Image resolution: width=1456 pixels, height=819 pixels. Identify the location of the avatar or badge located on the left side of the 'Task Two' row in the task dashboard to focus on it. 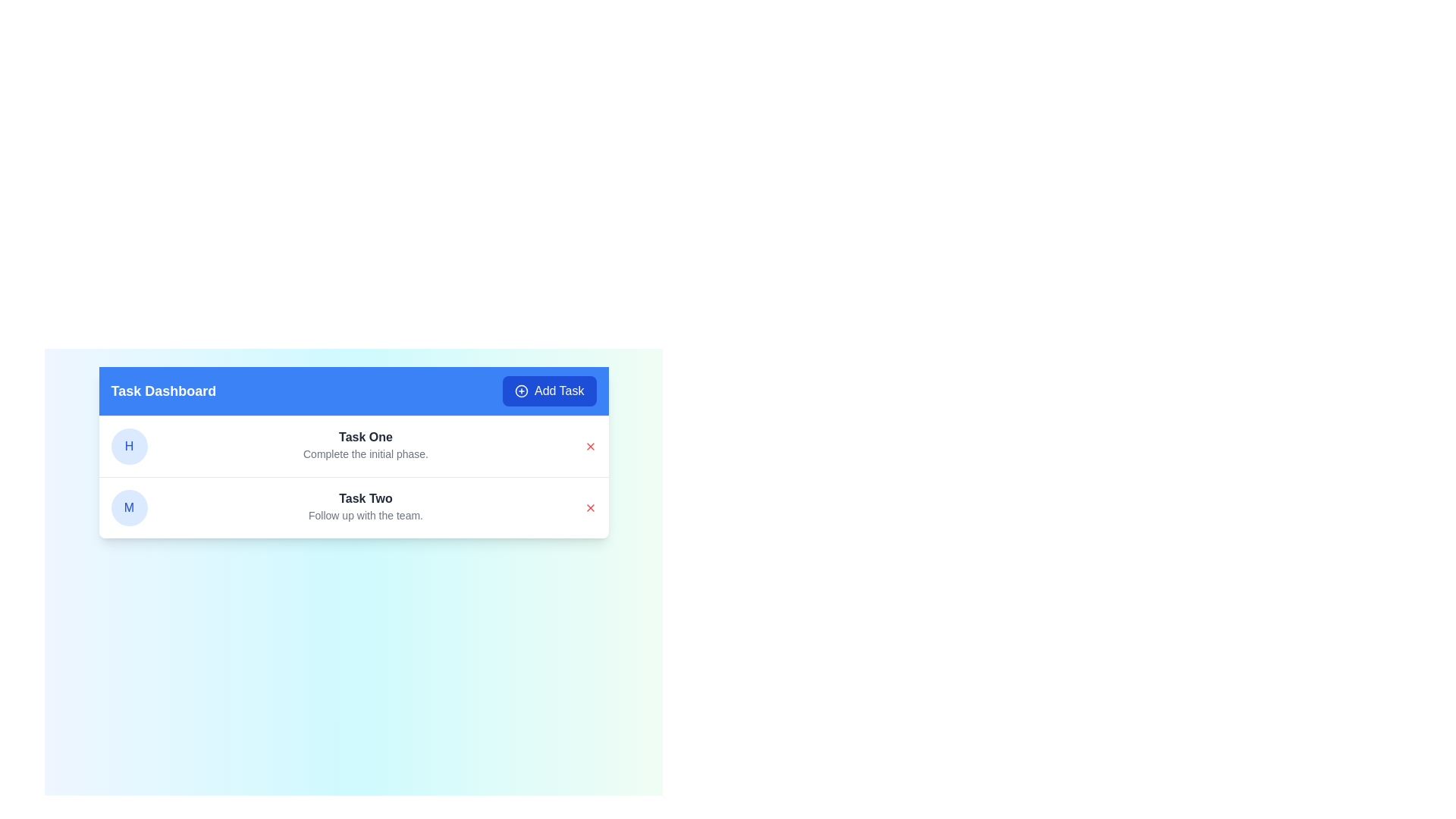
(129, 508).